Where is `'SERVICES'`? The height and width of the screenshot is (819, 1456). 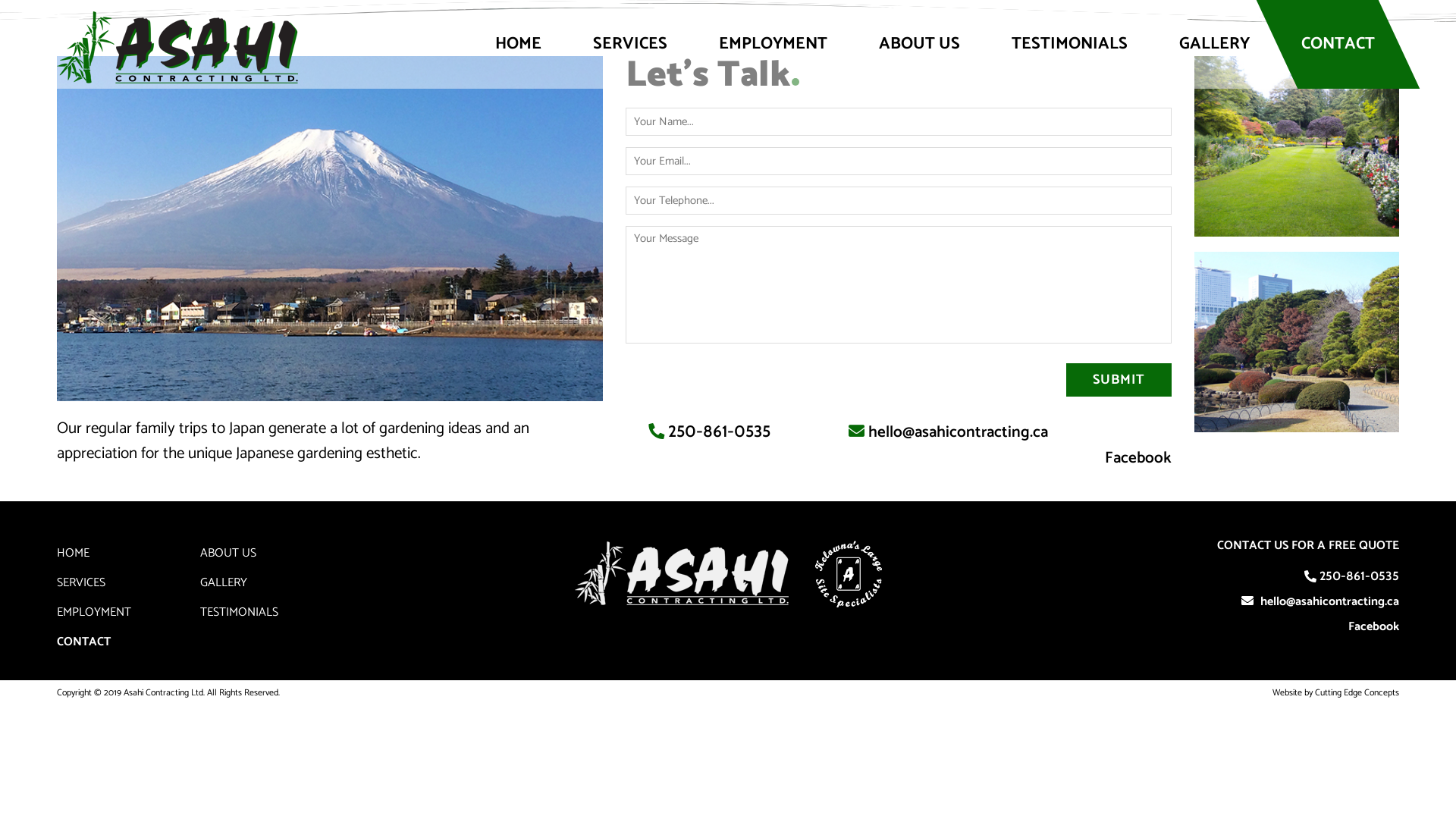 'SERVICES' is located at coordinates (629, 43).